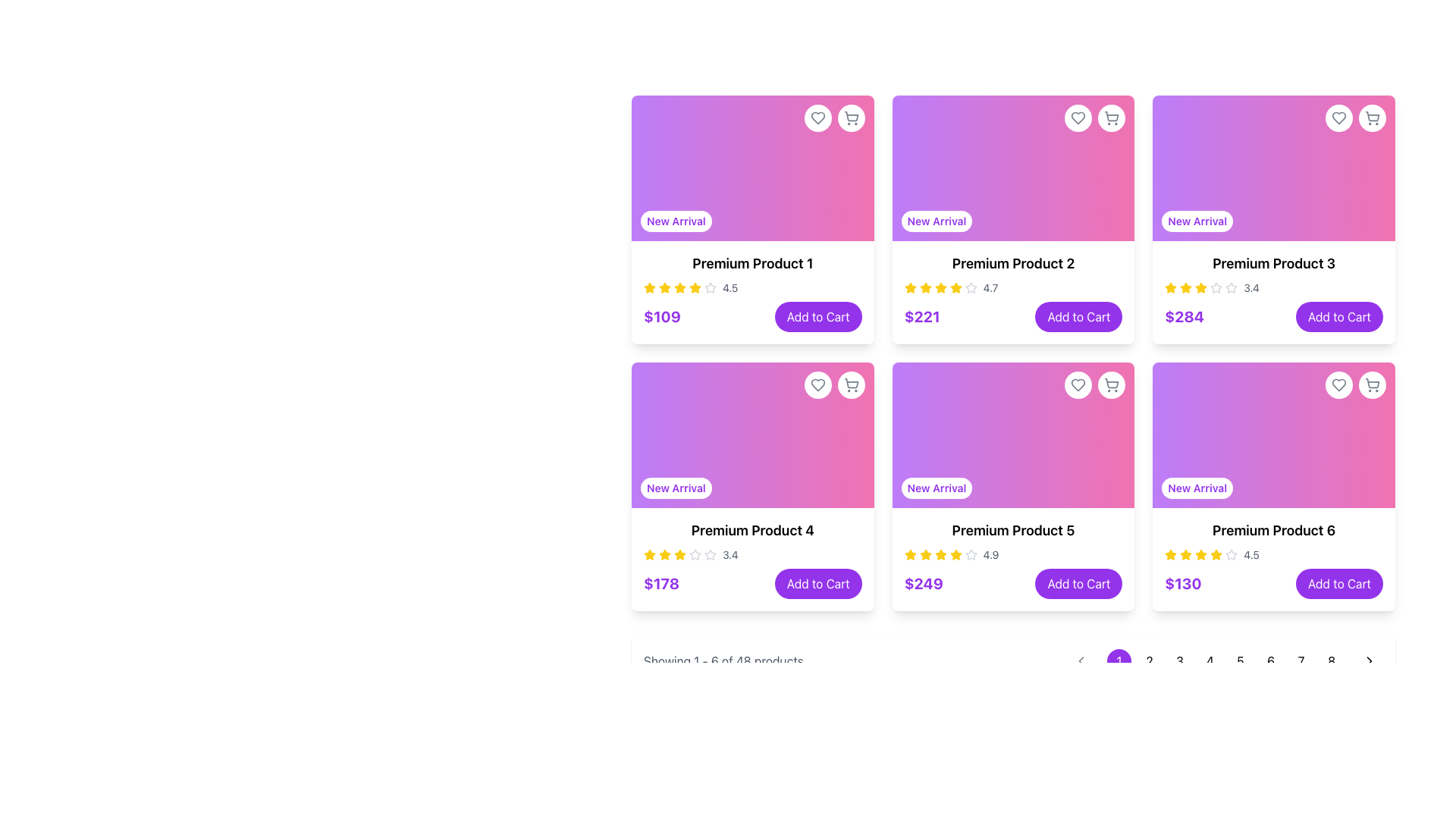  I want to click on the downward-pointing chevron arrow icon located in the bottom-right corner of the interface, adjacent to the pagination controls, so click(1080, 660).